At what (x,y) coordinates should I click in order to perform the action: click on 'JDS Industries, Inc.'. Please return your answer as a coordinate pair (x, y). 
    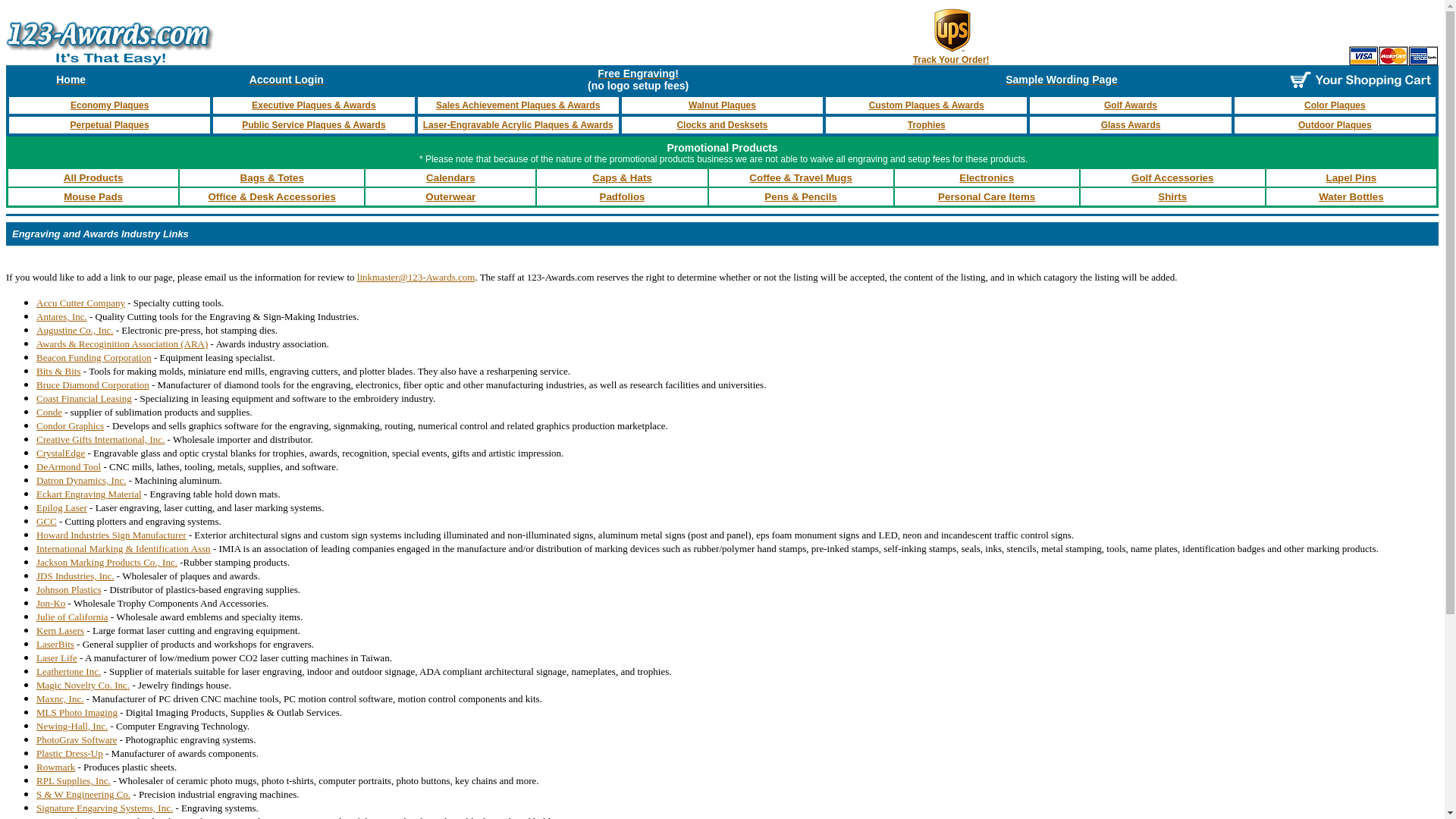
    Looking at the image, I should click on (74, 576).